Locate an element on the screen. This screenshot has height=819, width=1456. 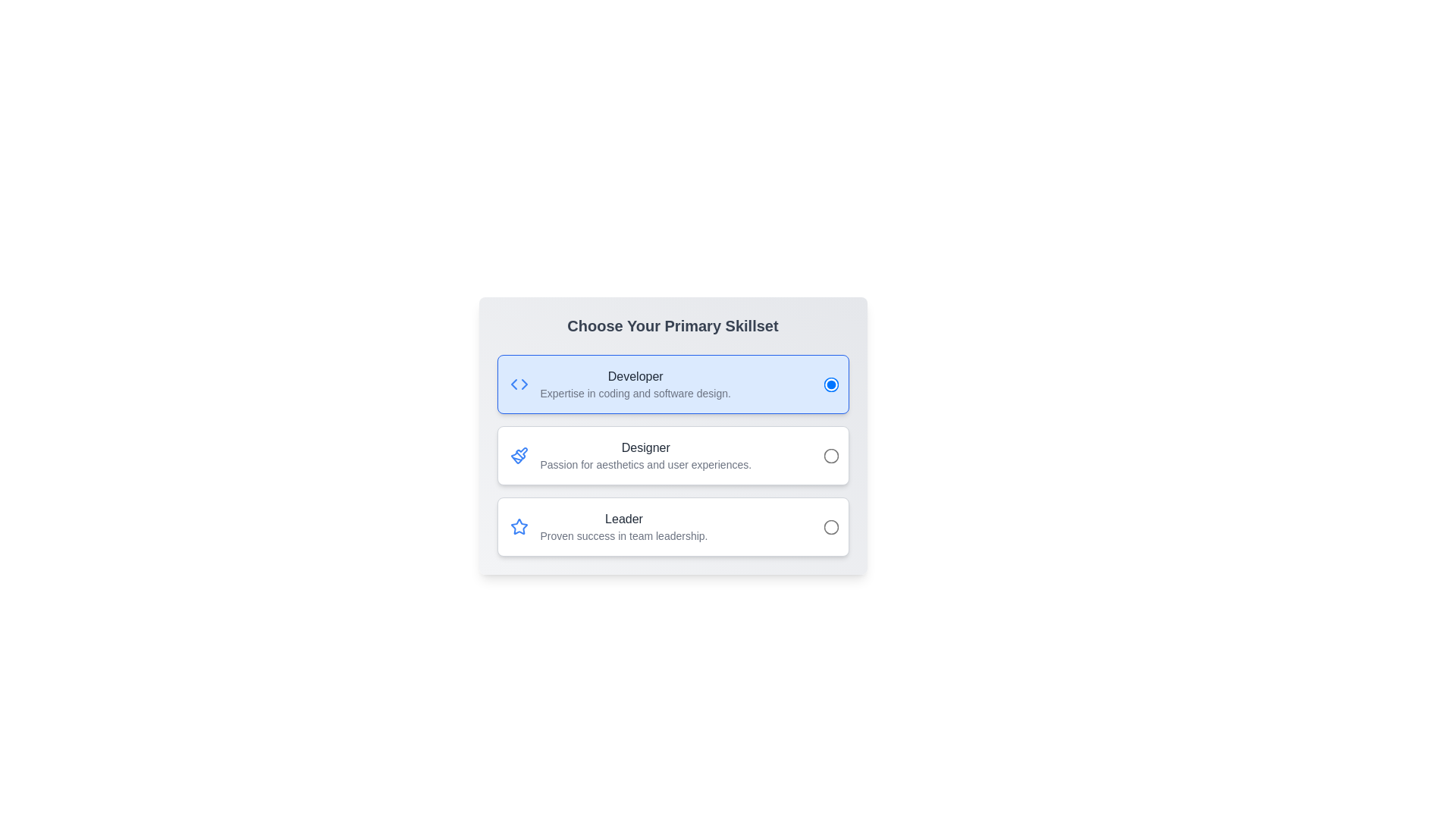
the left-pointing triangular SVG graphic element with a red fill, which is part of a modern-designed icon area is located at coordinates (513, 383).